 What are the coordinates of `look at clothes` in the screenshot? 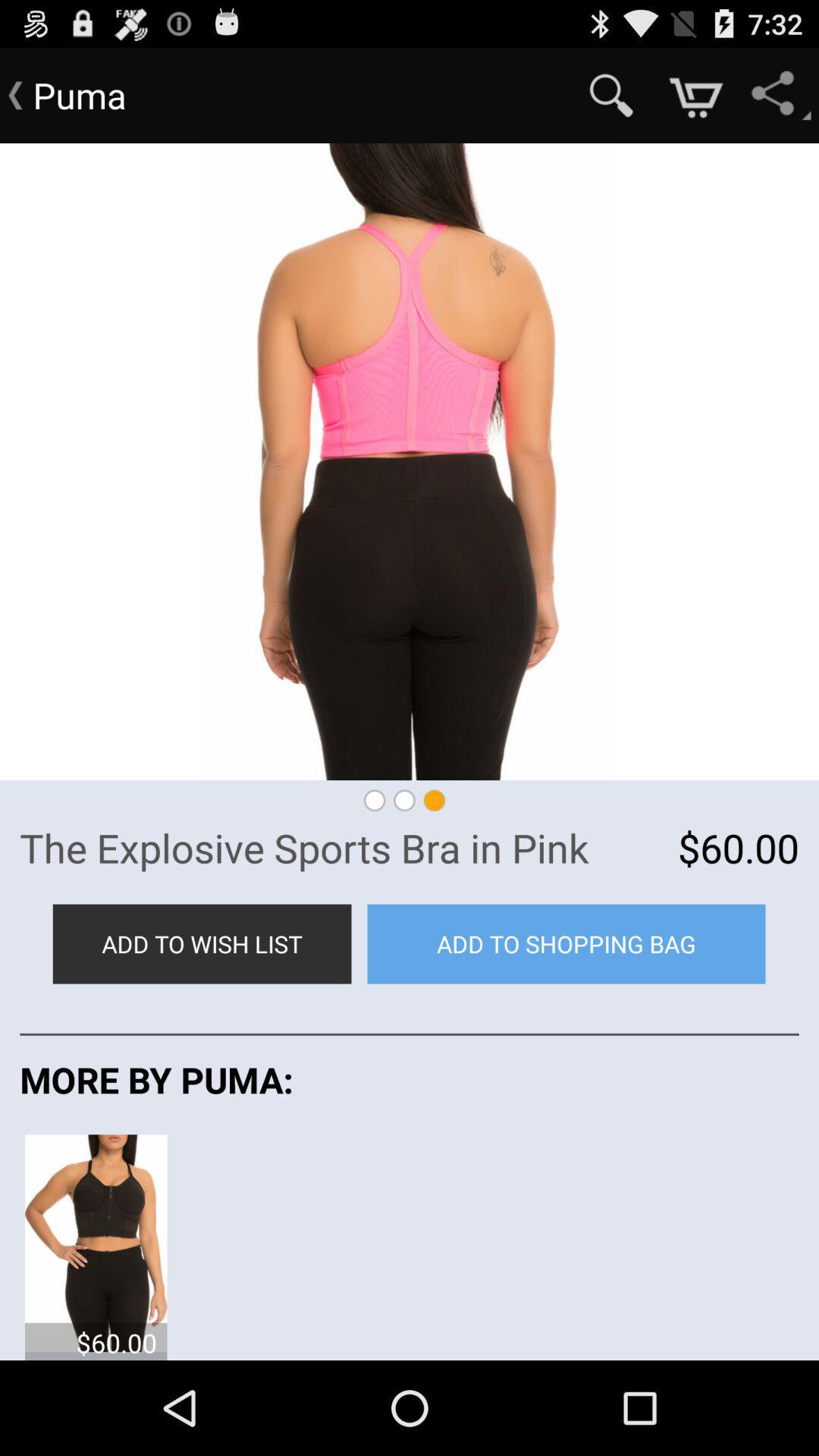 It's located at (96, 1241).